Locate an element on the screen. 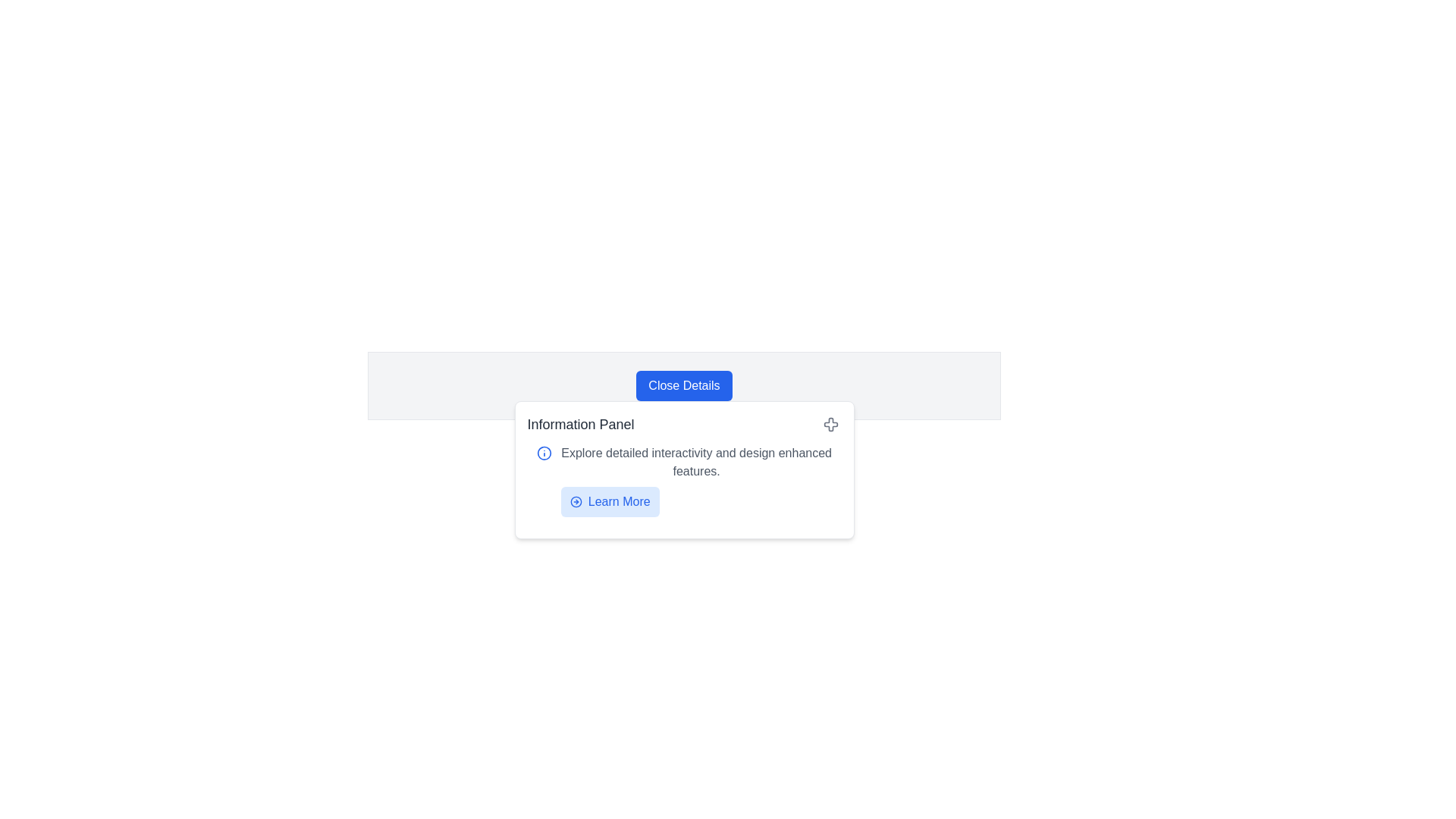  the gray cross icon located in the top-right corner of the 'Information Panel' dialog box is located at coordinates (830, 424).